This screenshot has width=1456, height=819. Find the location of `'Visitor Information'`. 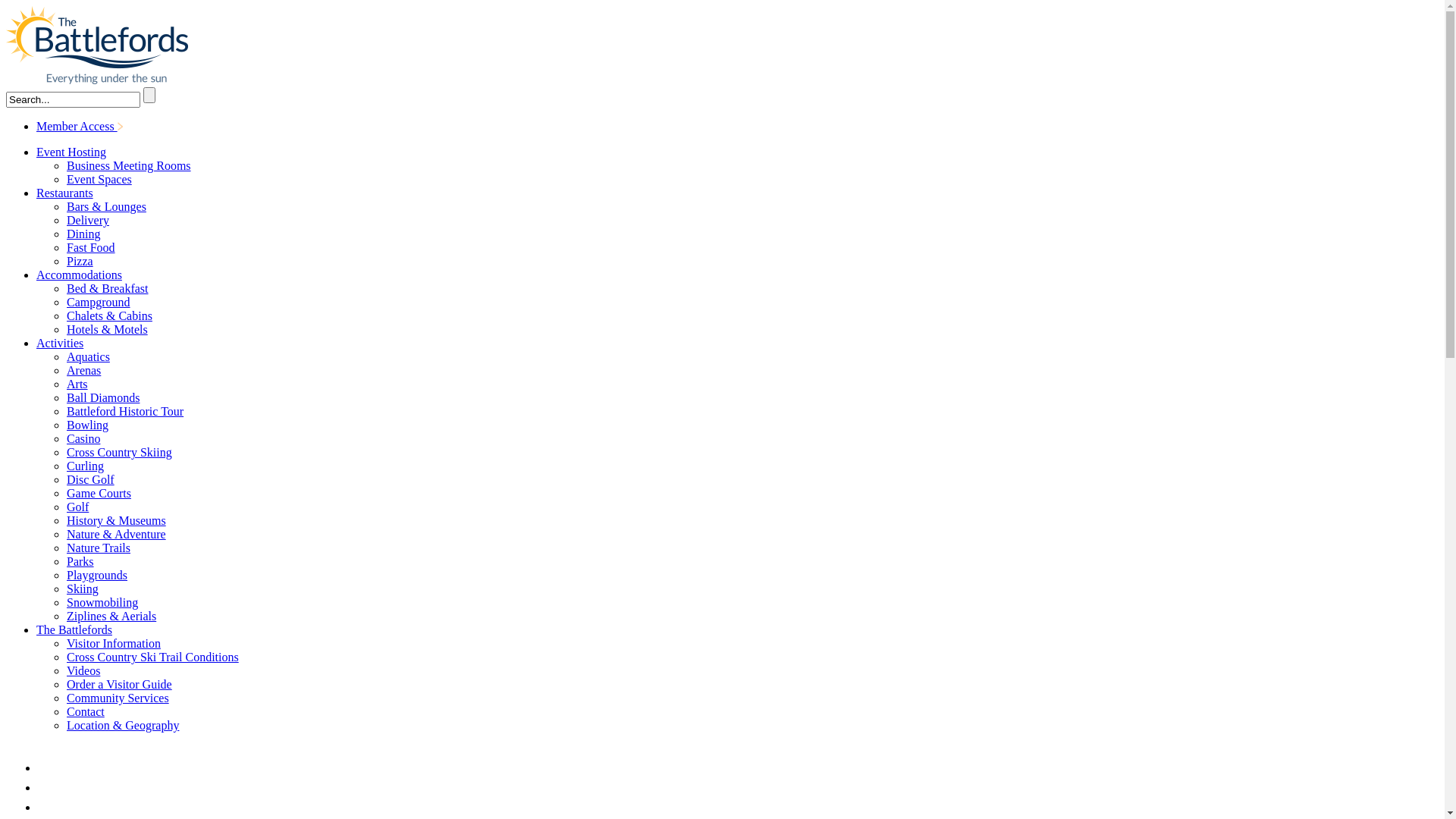

'Visitor Information' is located at coordinates (112, 643).